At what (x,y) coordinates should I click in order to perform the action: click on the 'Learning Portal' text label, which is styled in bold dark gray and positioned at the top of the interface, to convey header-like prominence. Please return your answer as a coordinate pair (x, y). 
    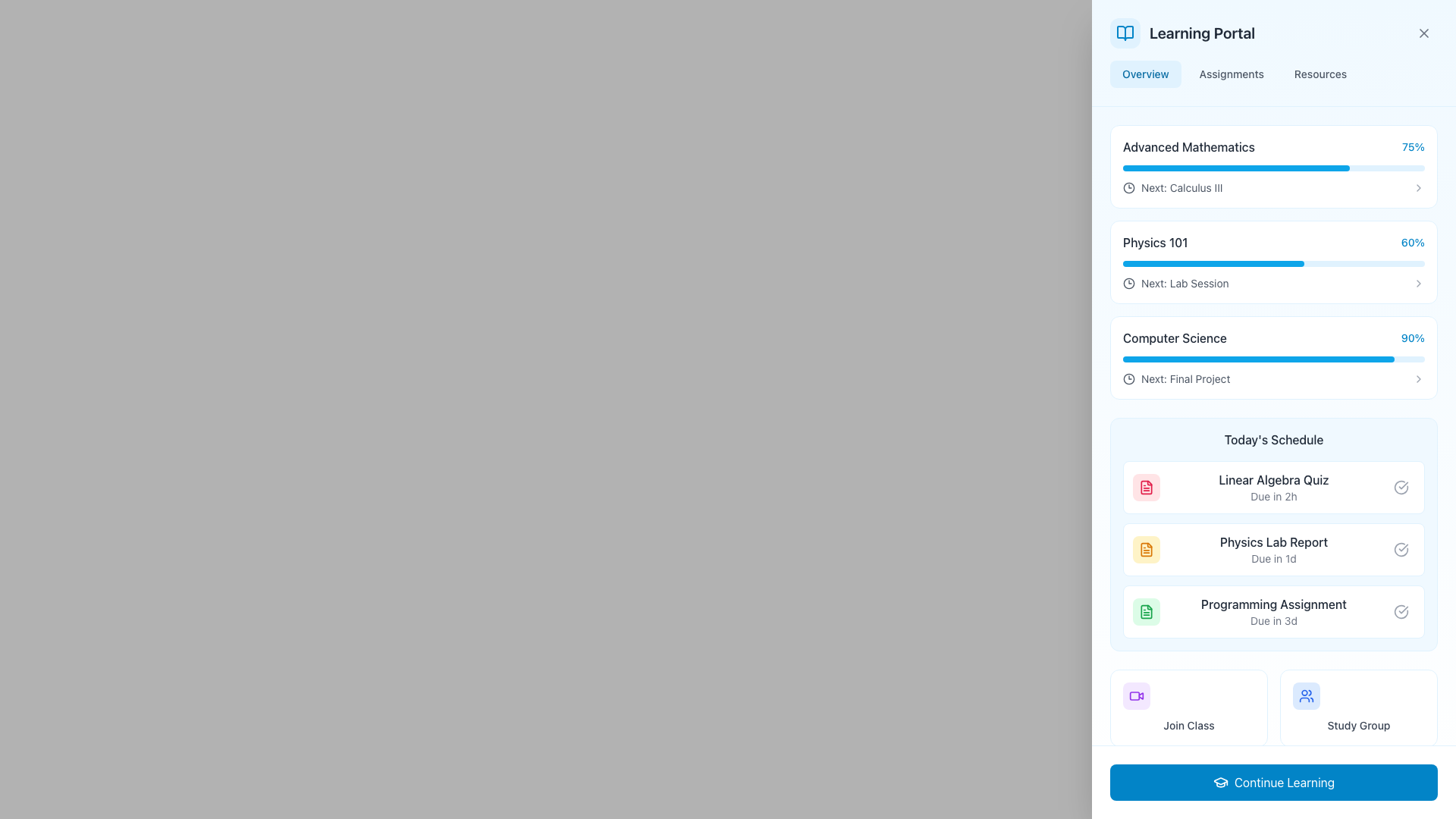
    Looking at the image, I should click on (1201, 33).